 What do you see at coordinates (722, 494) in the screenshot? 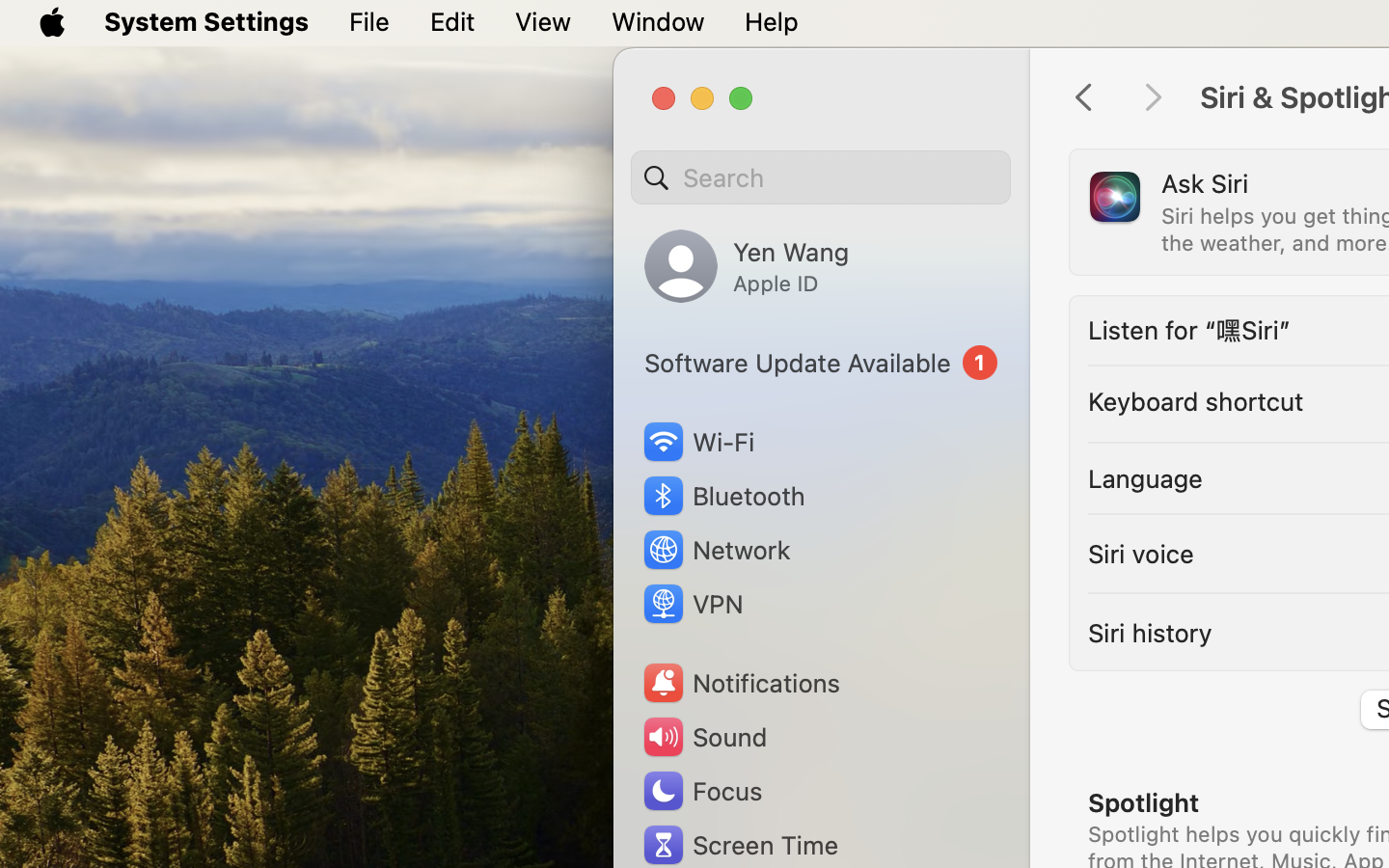
I see `'Bluetooth'` at bounding box center [722, 494].